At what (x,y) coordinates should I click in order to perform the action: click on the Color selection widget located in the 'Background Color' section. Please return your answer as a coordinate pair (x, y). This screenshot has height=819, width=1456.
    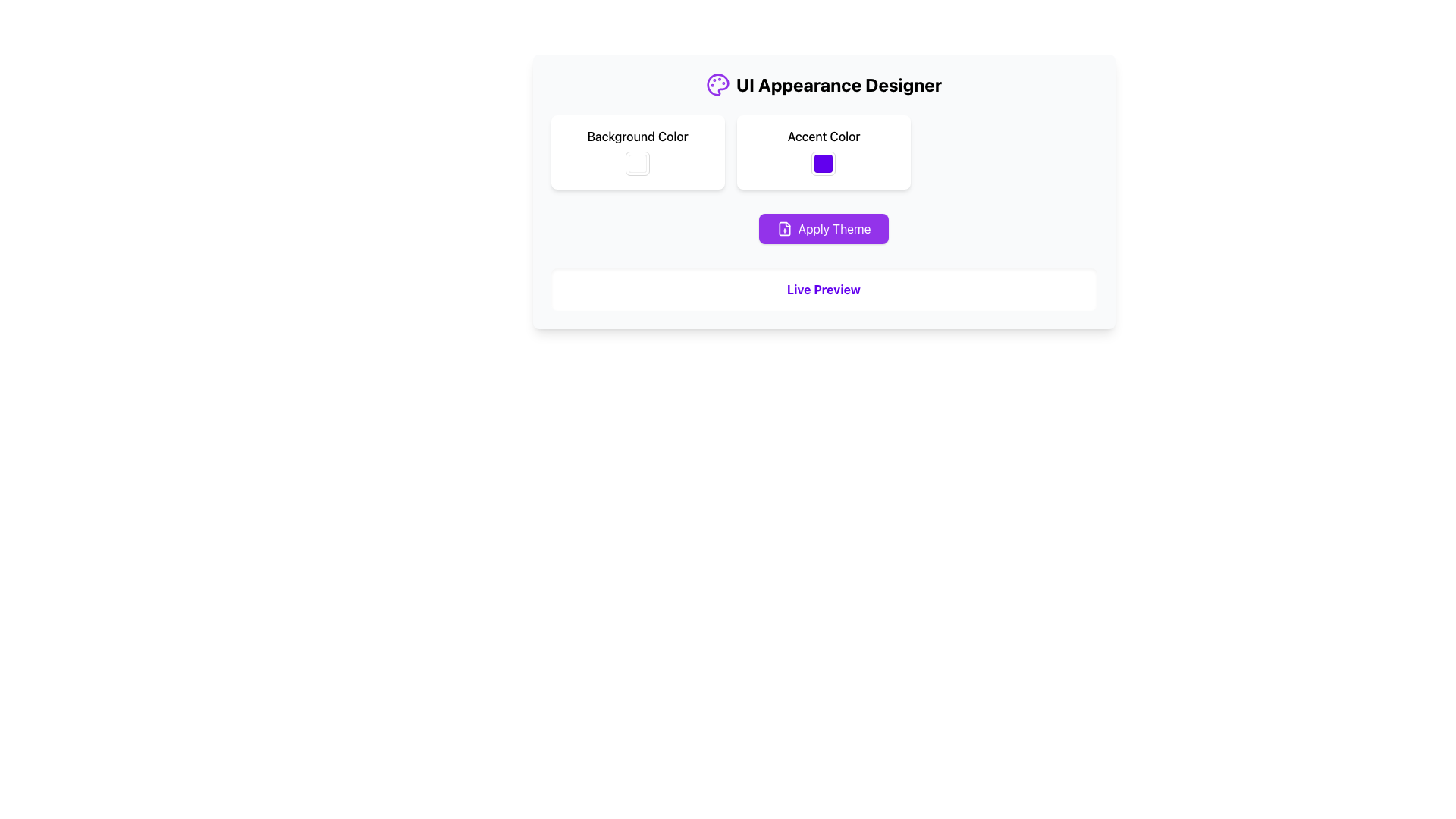
    Looking at the image, I should click on (638, 164).